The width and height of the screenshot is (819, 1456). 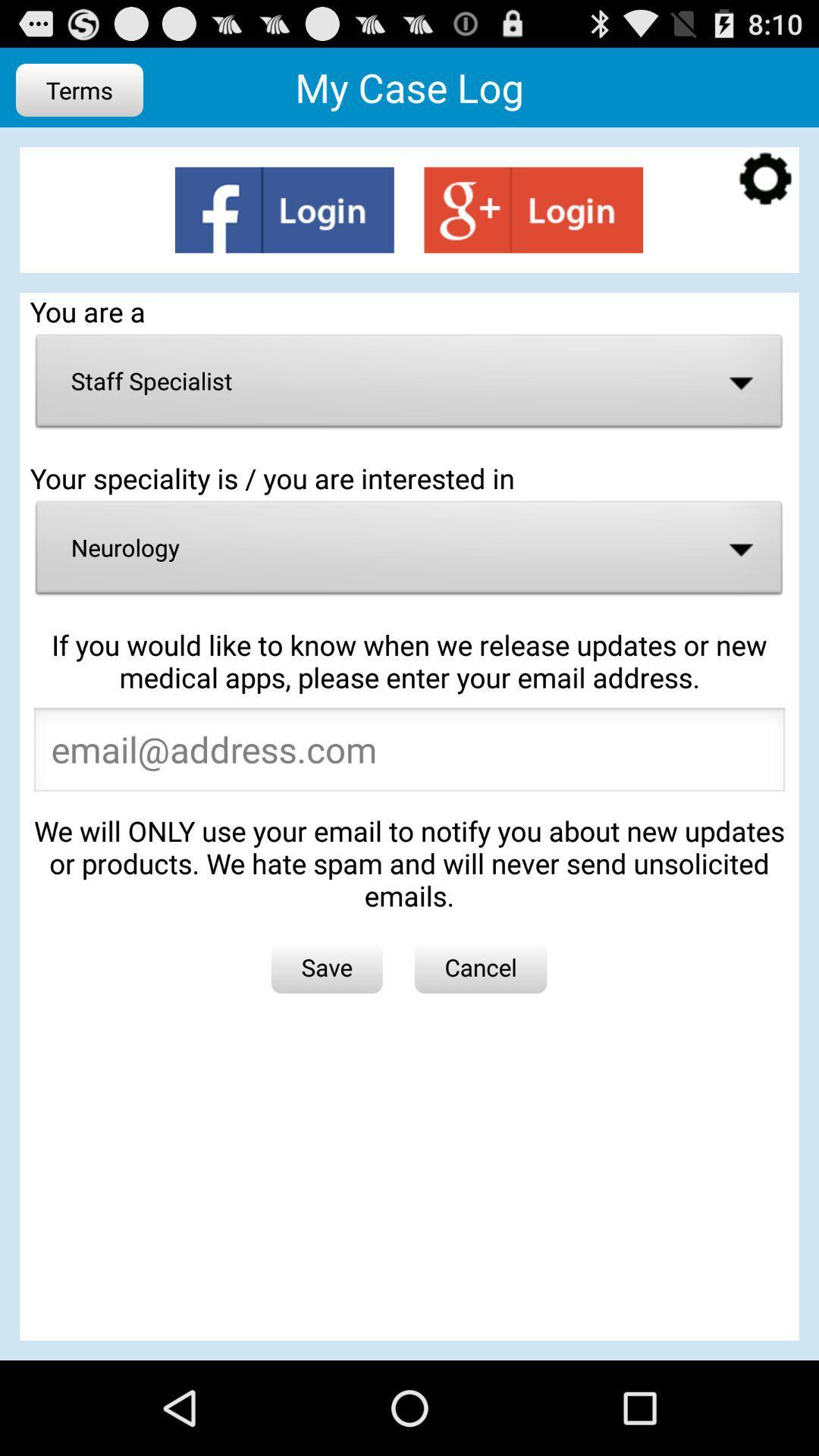 I want to click on login page, so click(x=532, y=209).